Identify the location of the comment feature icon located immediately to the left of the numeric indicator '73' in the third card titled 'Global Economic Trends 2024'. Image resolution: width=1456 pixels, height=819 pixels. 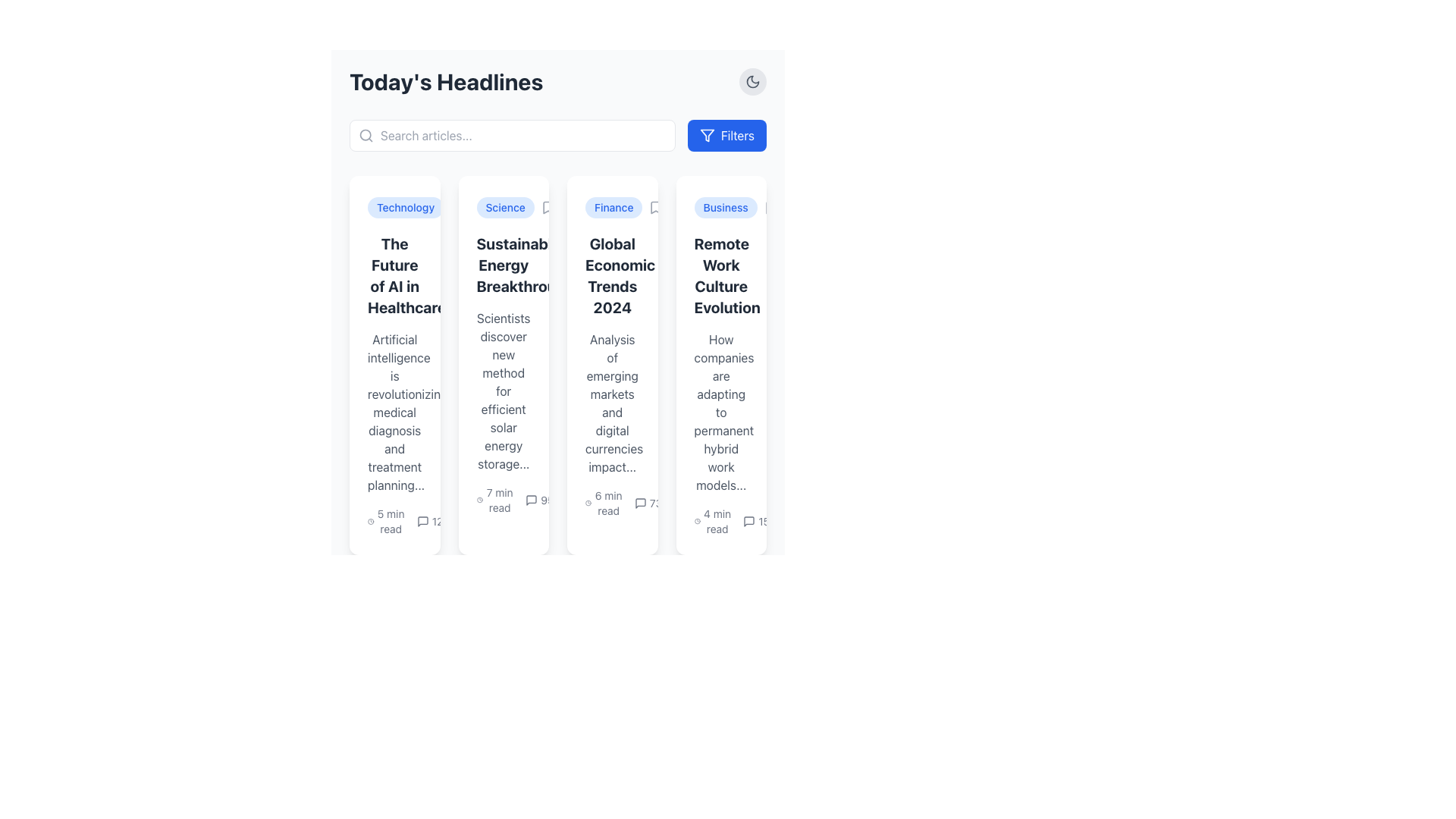
(640, 503).